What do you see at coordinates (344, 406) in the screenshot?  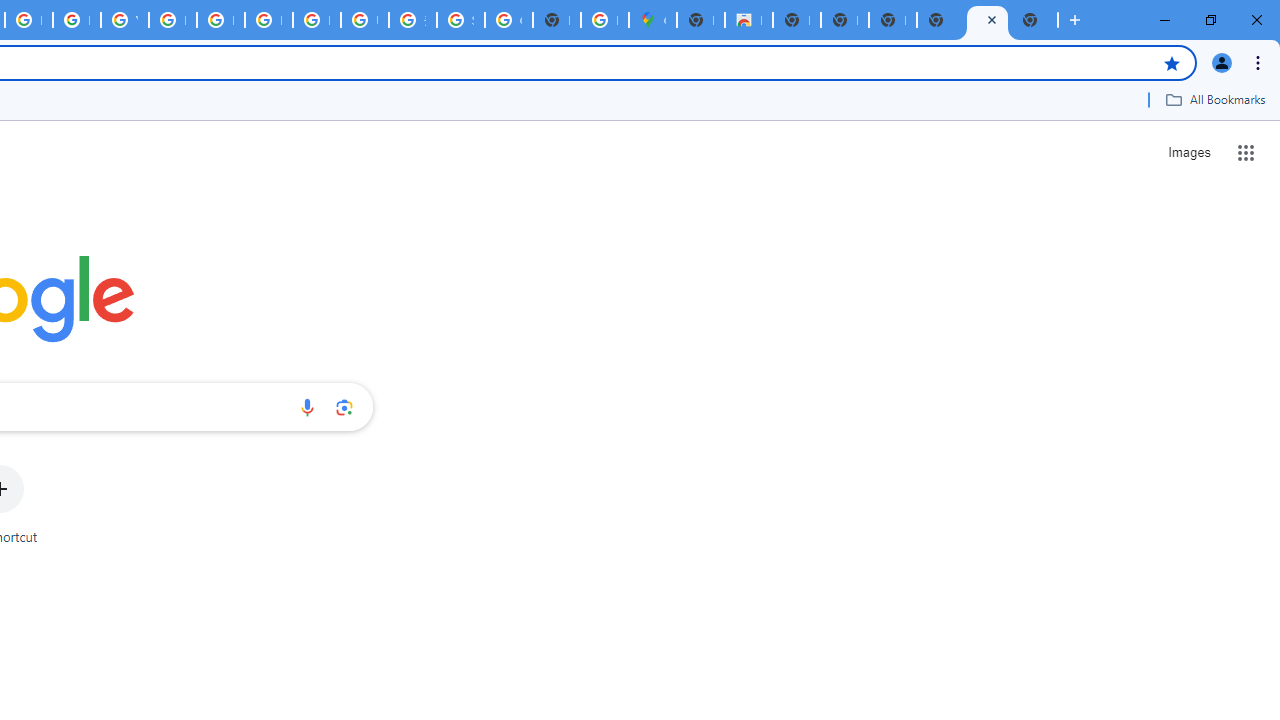 I see `'Search by image'` at bounding box center [344, 406].